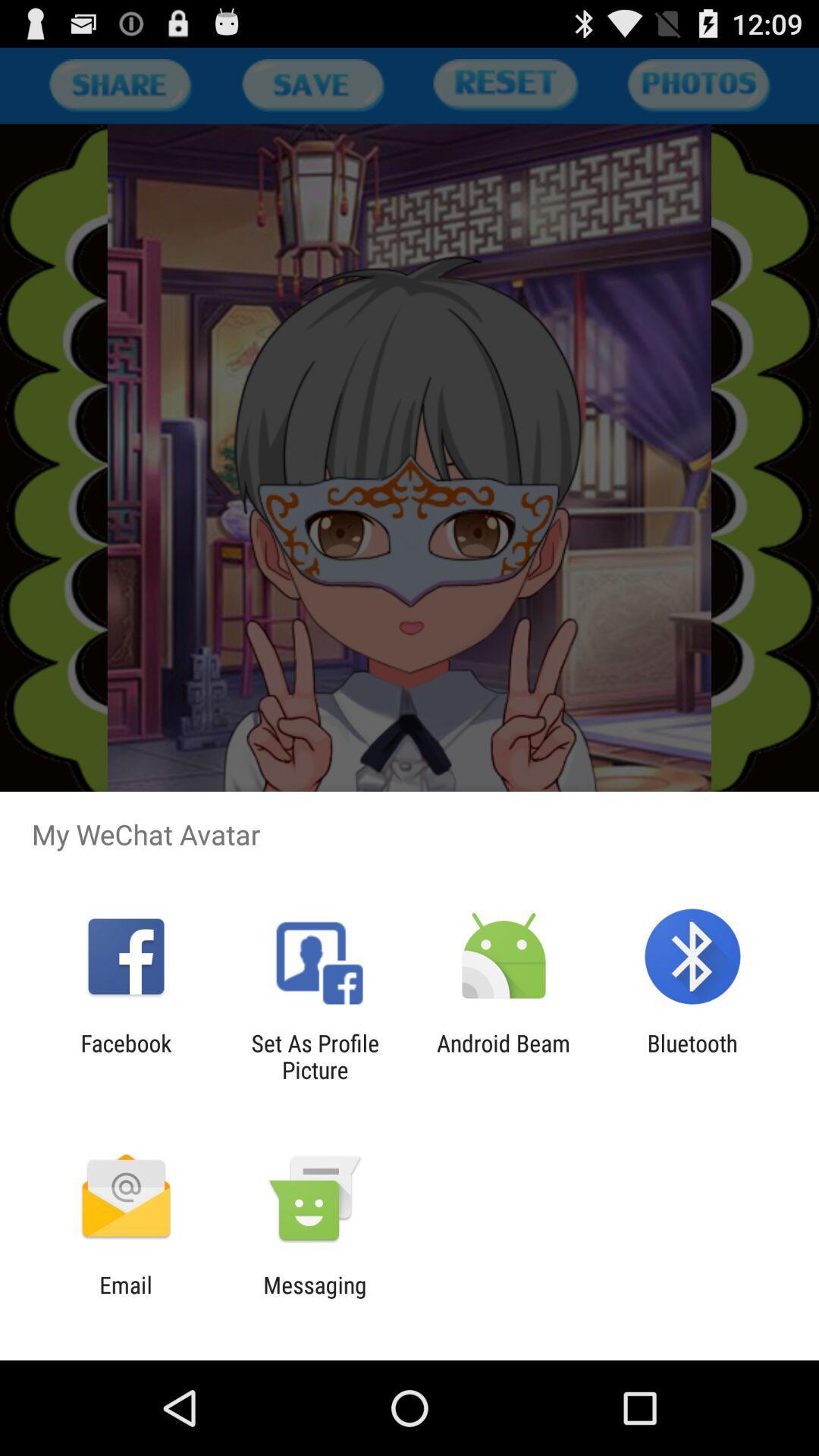 The width and height of the screenshot is (819, 1456). Describe the element at coordinates (125, 1056) in the screenshot. I see `the icon next to the set as profile` at that location.